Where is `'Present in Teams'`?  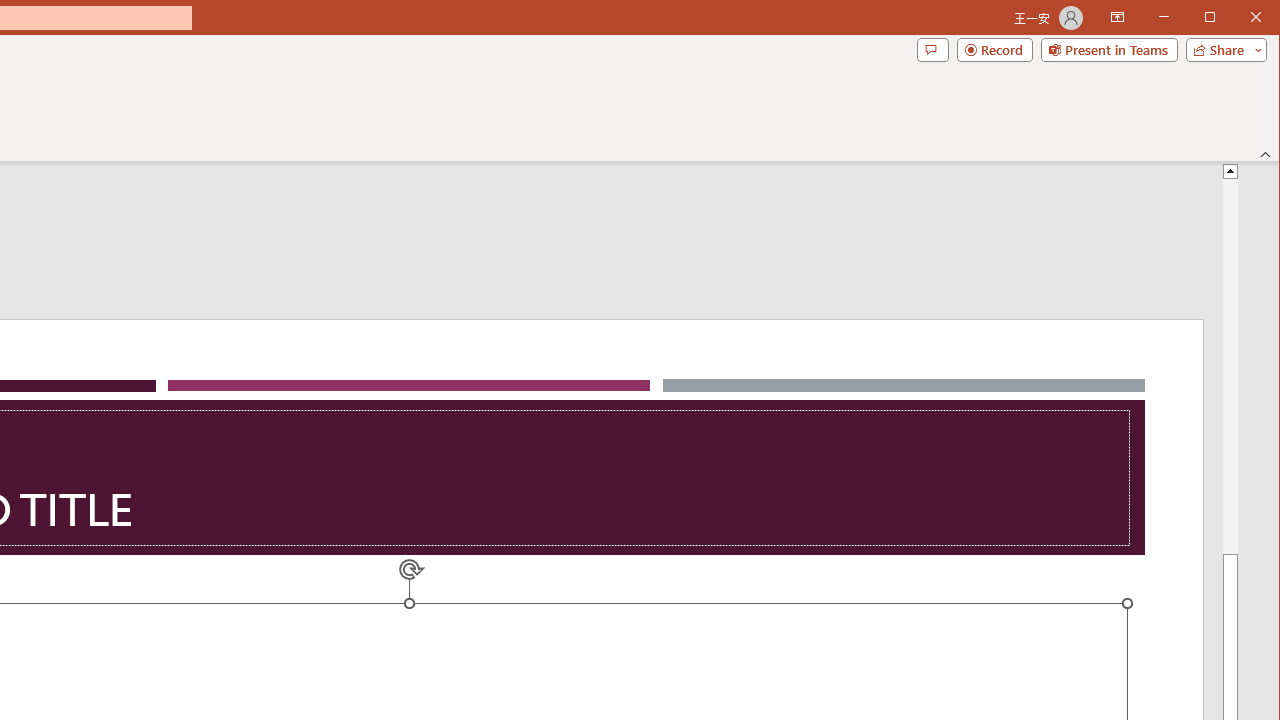
'Present in Teams' is located at coordinates (1108, 49).